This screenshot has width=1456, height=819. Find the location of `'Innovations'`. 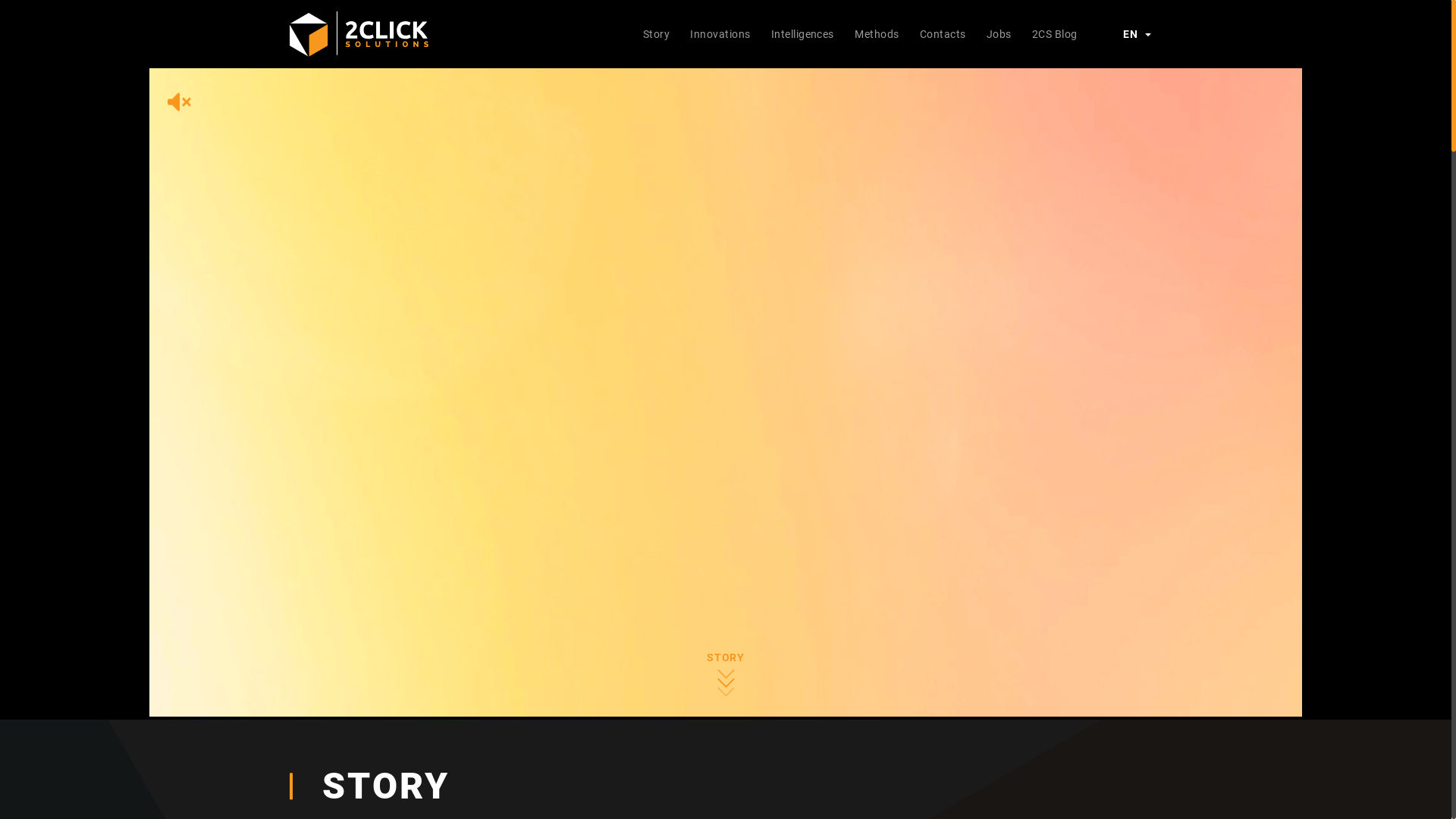

'Innovations' is located at coordinates (679, 33).